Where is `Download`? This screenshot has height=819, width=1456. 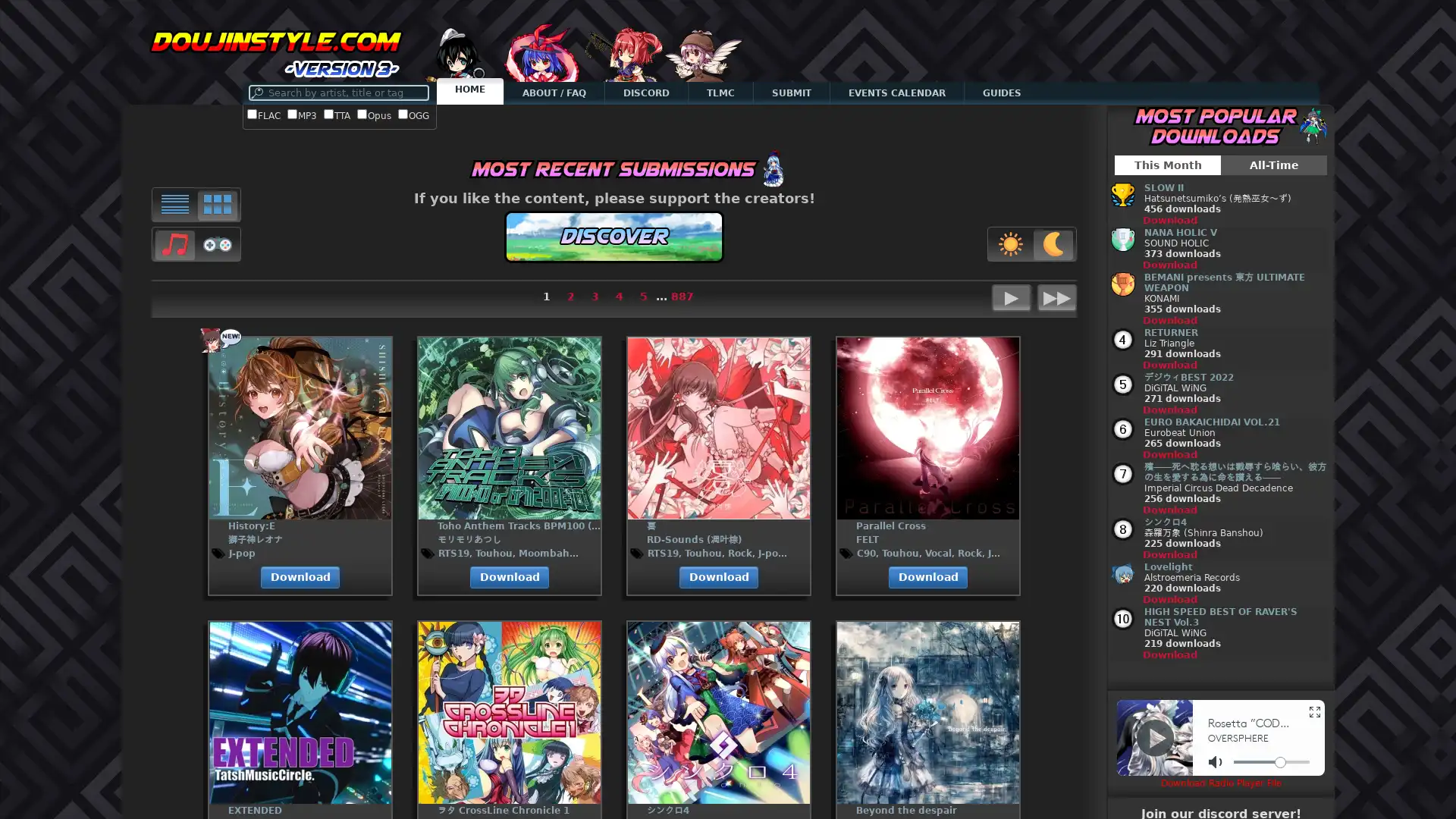
Download is located at coordinates (1169, 654).